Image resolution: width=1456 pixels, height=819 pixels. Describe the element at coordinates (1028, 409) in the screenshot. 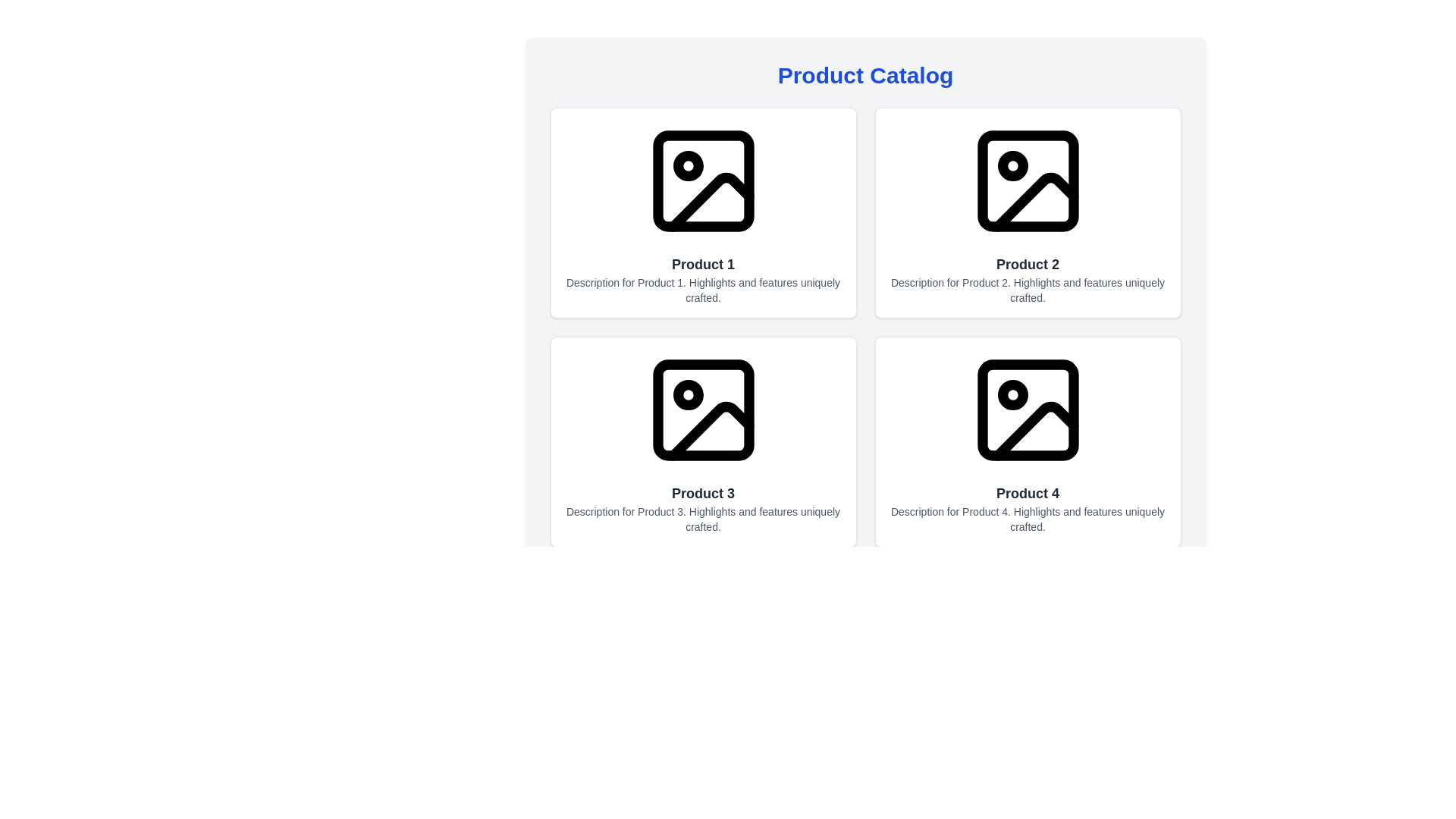

I see `the Image placeholder icon (SVG graphic) for 'Product 4' located above its title and description` at that location.